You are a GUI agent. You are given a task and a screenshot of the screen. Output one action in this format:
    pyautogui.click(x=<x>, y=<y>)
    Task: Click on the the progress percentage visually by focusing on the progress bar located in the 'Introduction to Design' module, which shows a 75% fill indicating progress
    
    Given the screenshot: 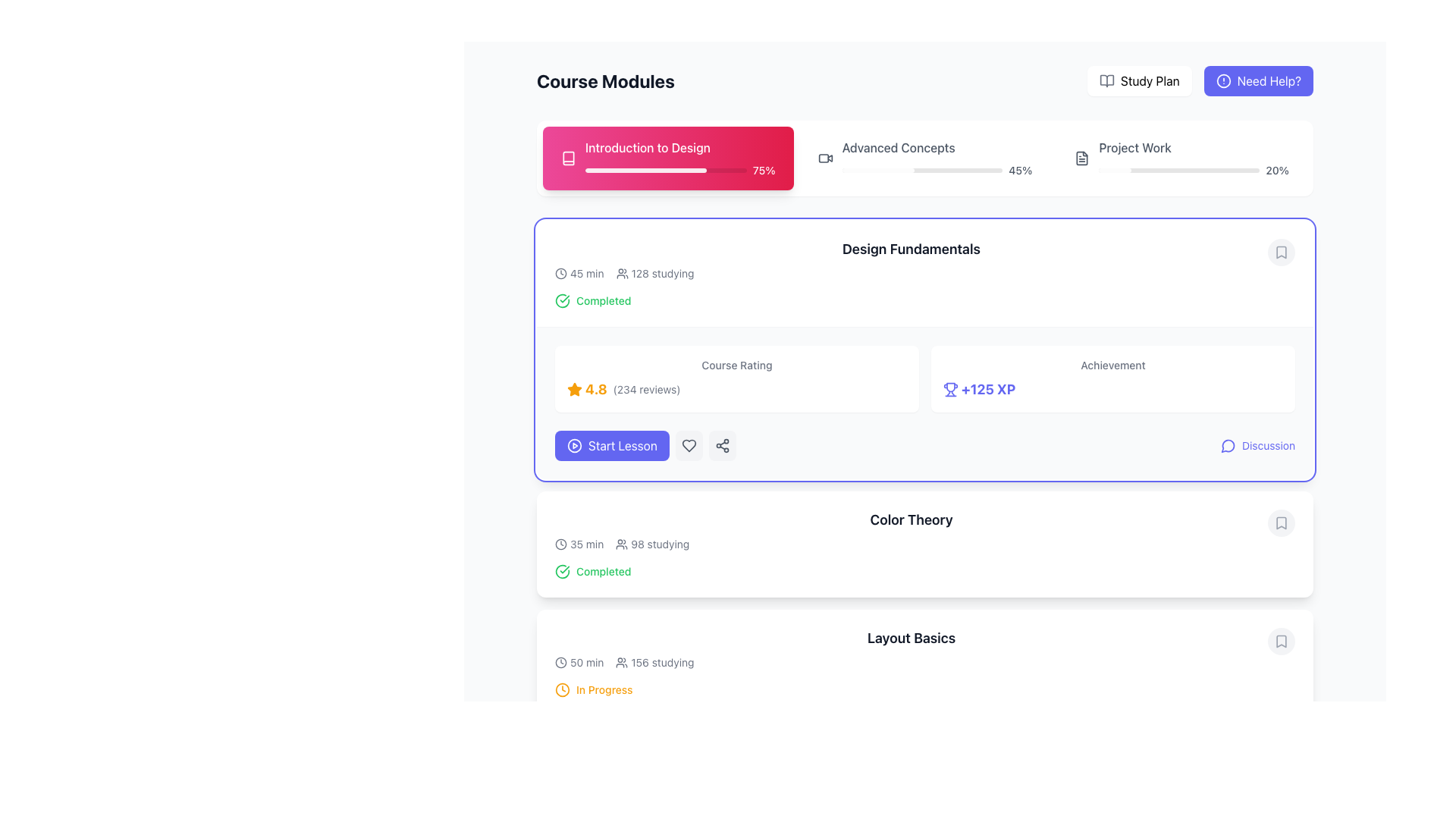 What is the action you would take?
    pyautogui.click(x=666, y=170)
    